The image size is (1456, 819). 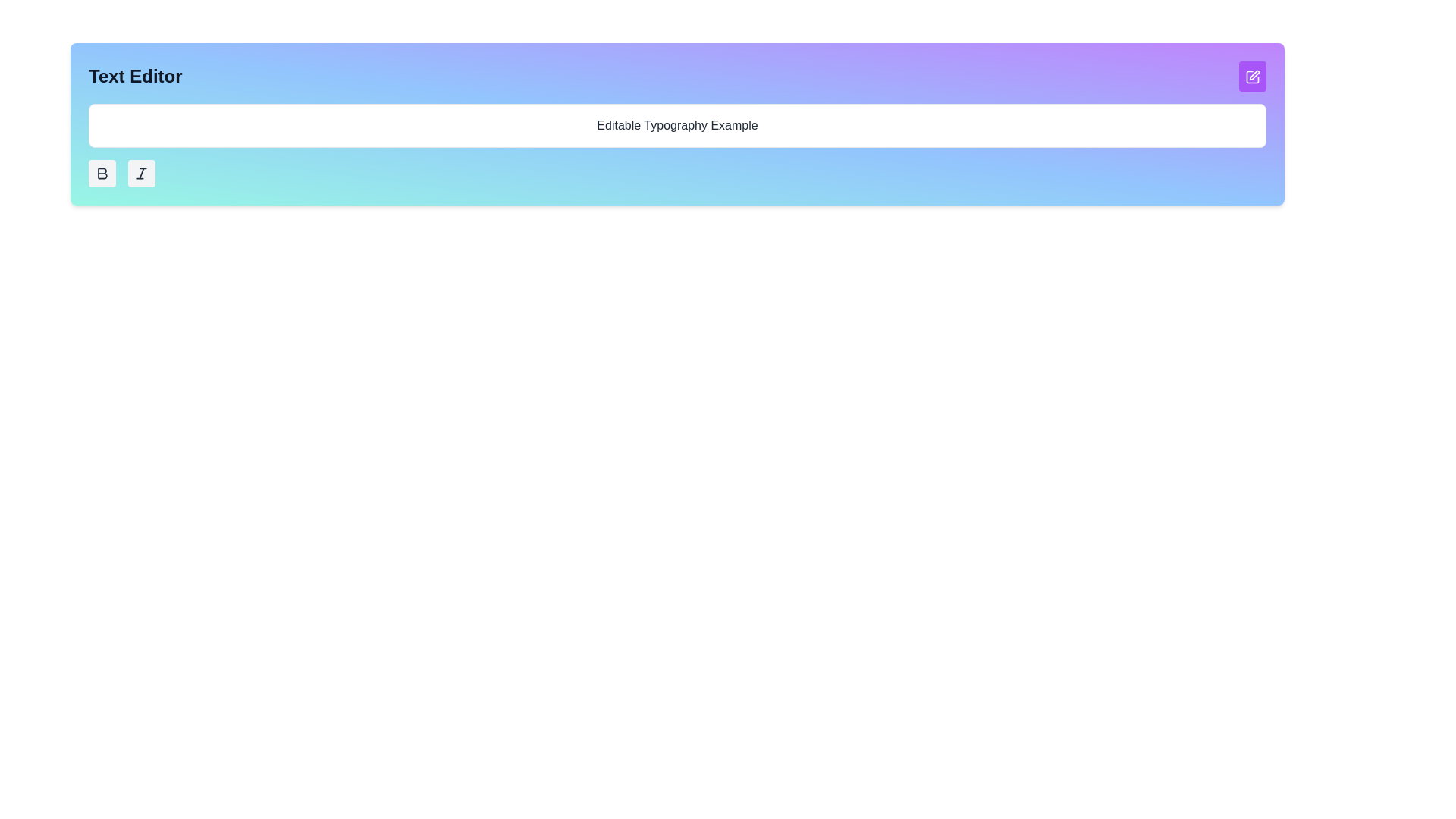 I want to click on the pen icon, so click(x=1254, y=75).